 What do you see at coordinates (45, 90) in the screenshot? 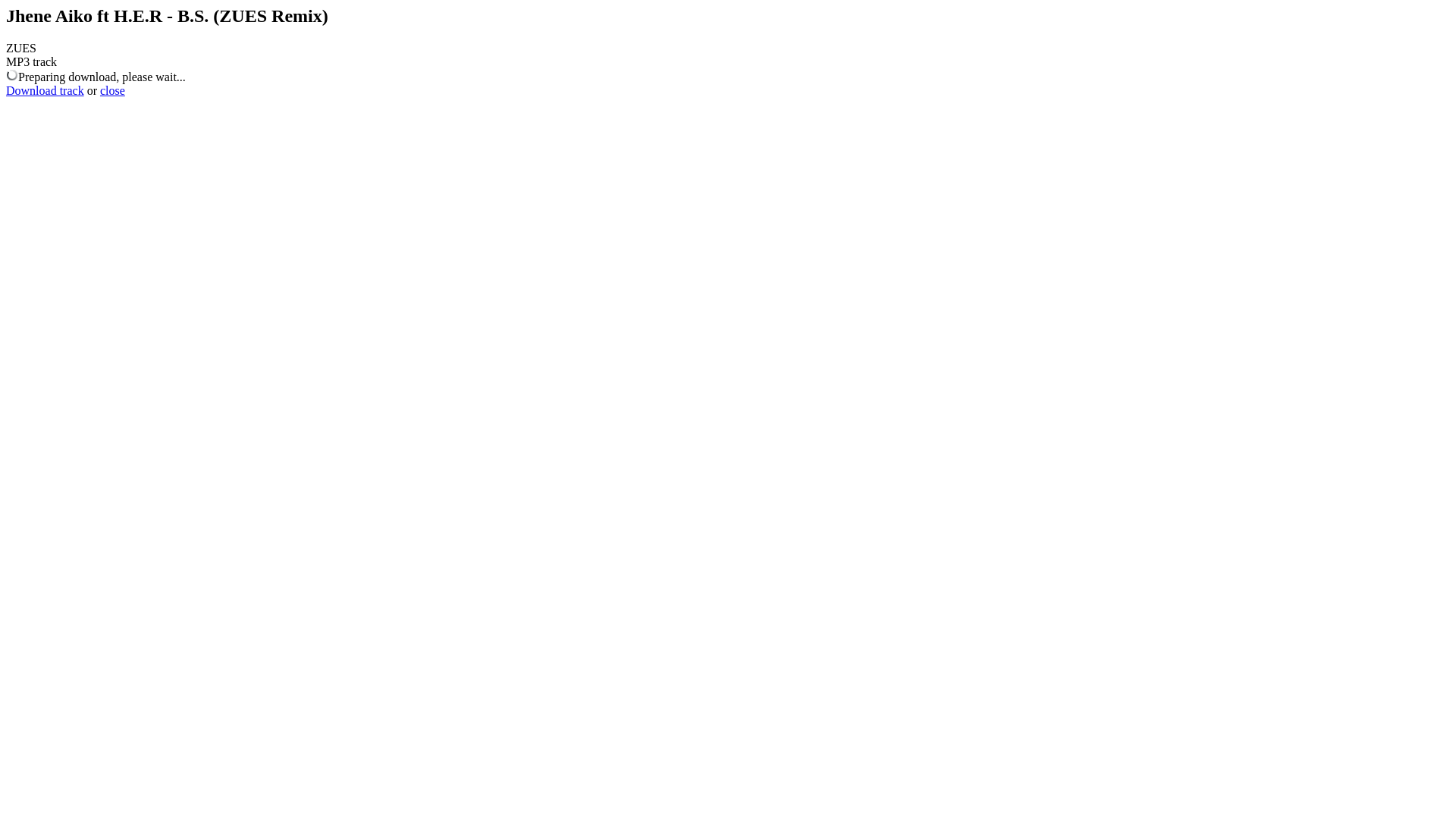
I see `'Download track'` at bounding box center [45, 90].